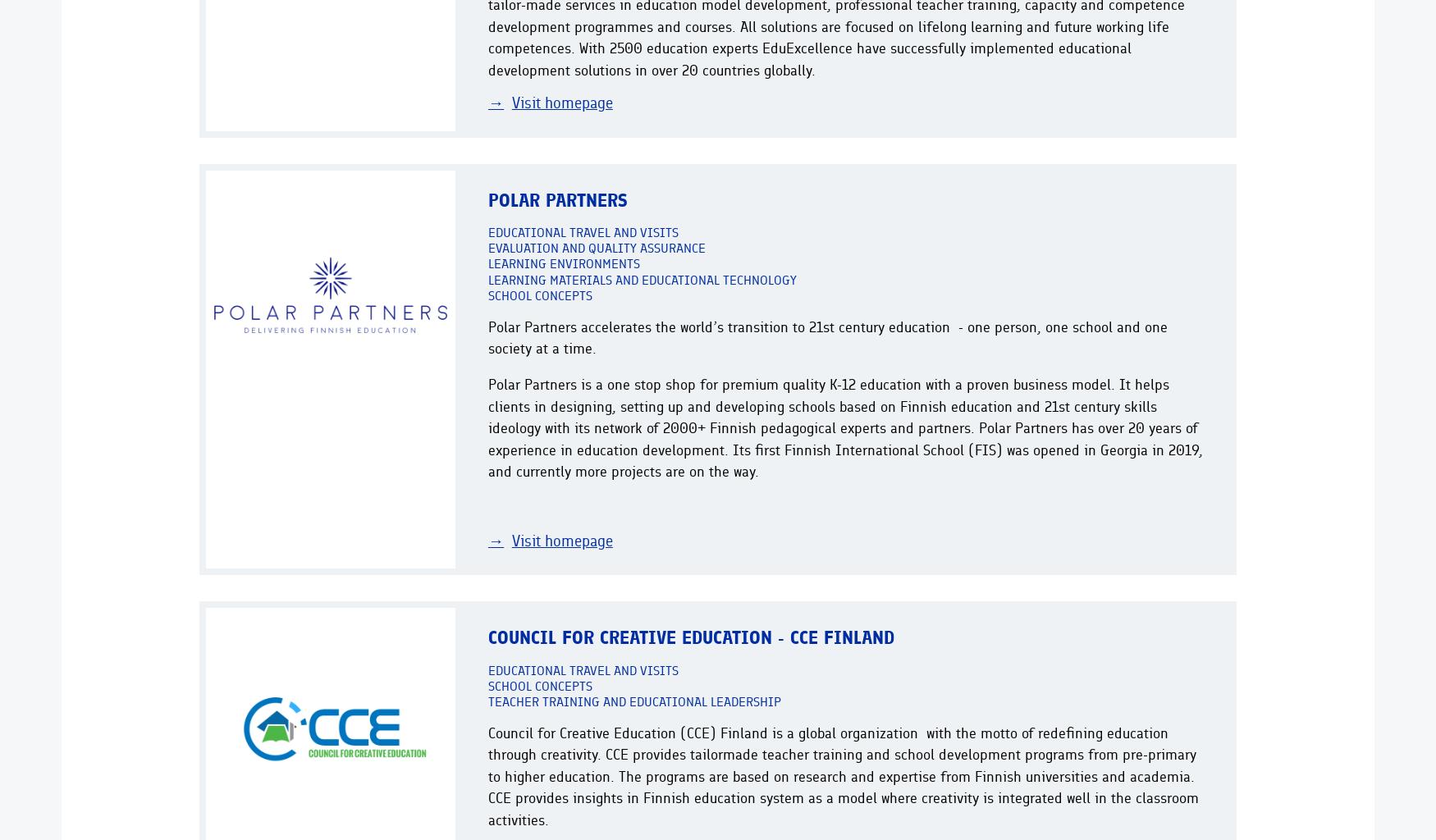 The width and height of the screenshot is (1436, 840). What do you see at coordinates (597, 247) in the screenshot?
I see `'Evaluation and quality assurance'` at bounding box center [597, 247].